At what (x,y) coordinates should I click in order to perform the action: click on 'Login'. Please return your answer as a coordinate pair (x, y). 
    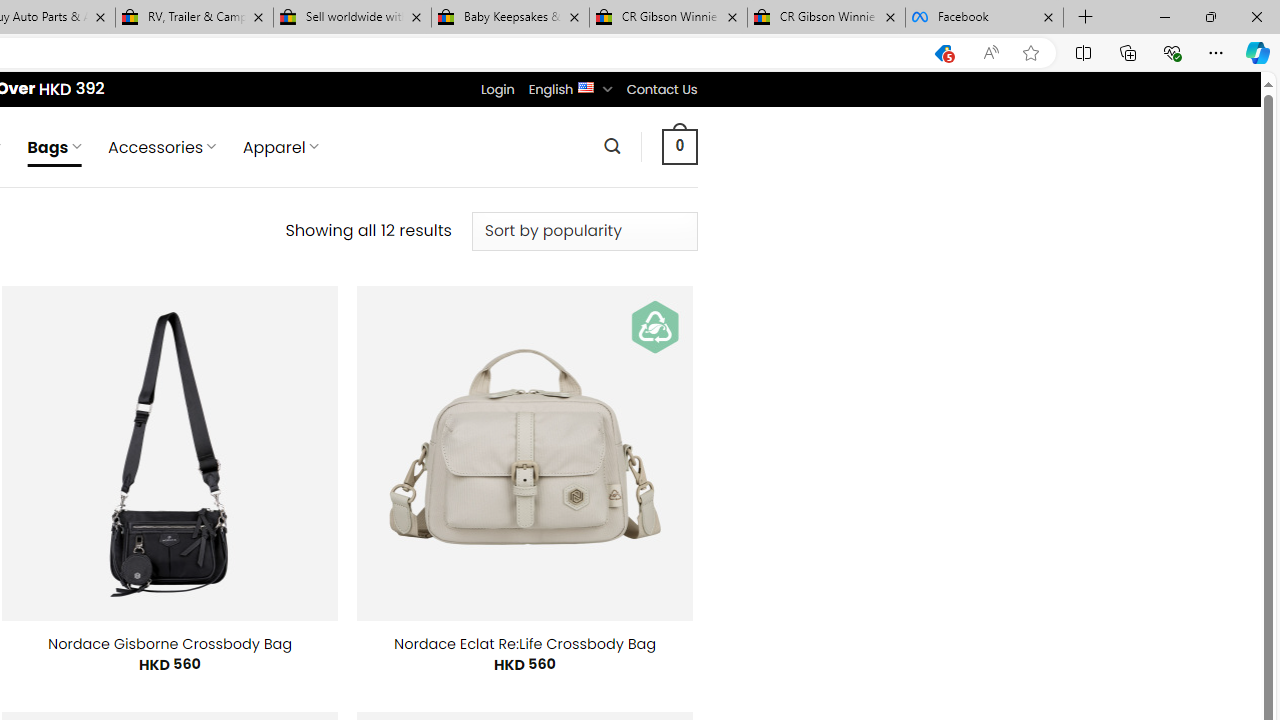
    Looking at the image, I should click on (497, 88).